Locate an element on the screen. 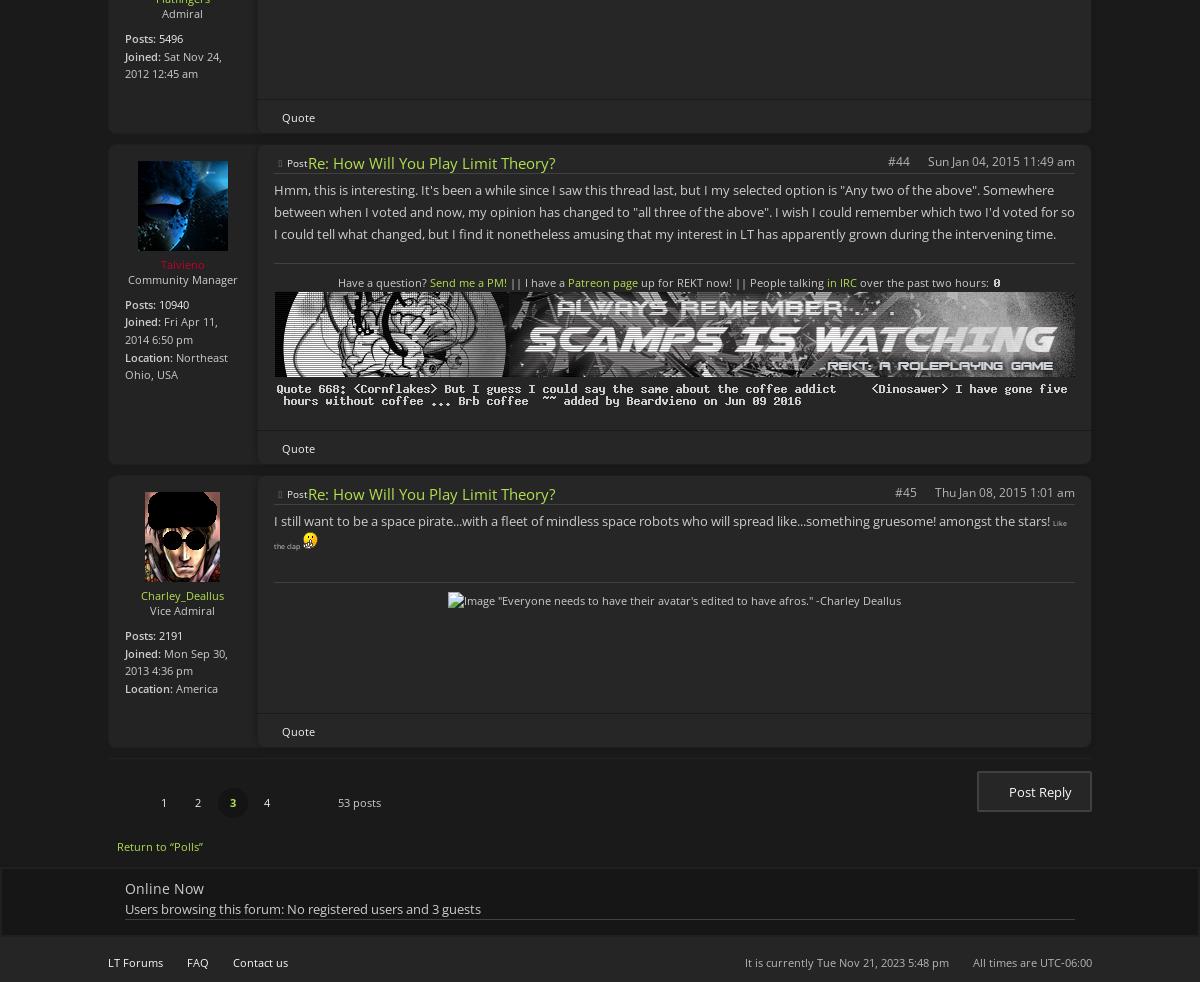 The image size is (1200, 982). 'Return to “Polls”' is located at coordinates (158, 846).